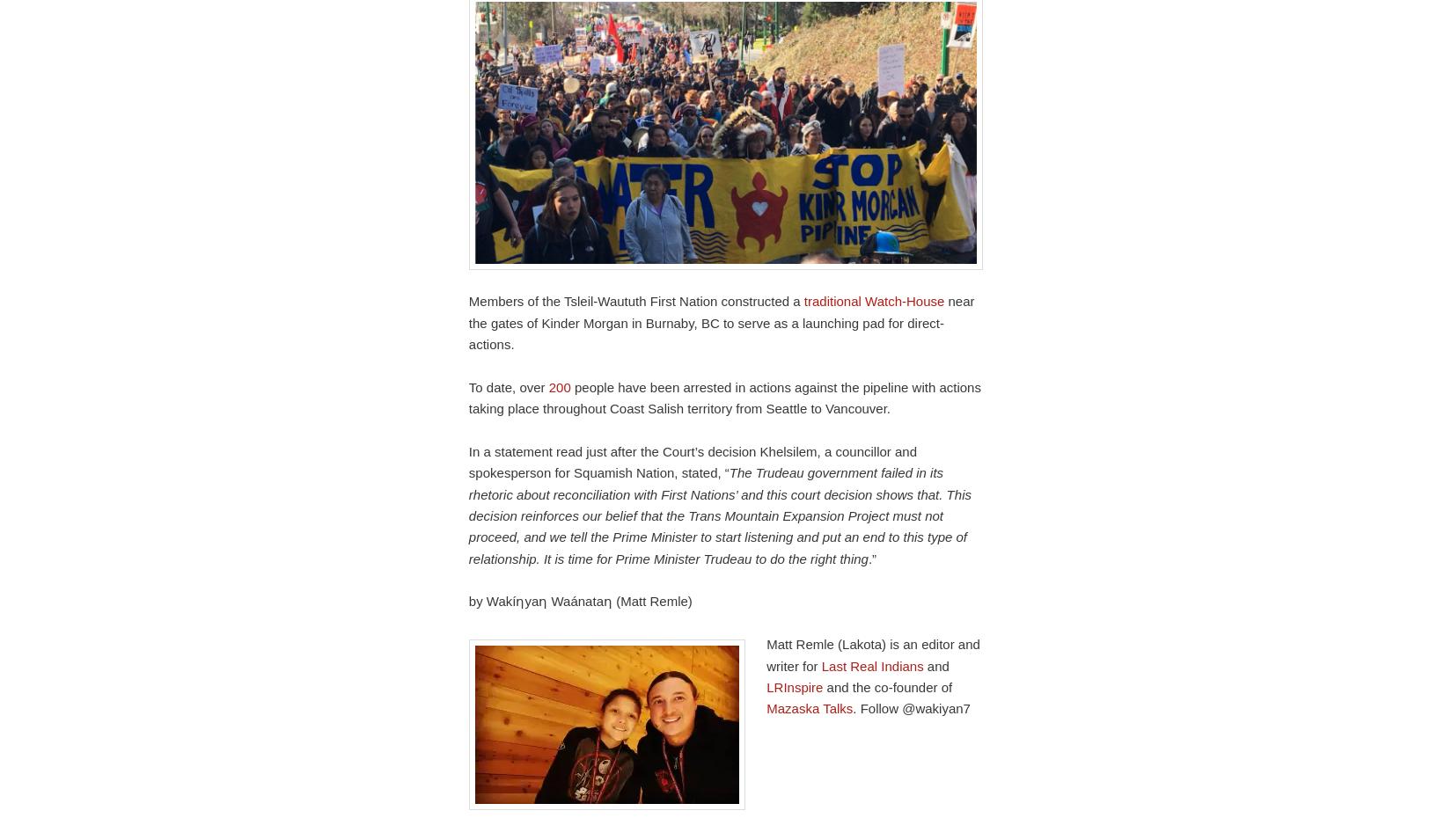 This screenshot has height=840, width=1452. I want to click on 'Last Real Indians', so click(871, 664).